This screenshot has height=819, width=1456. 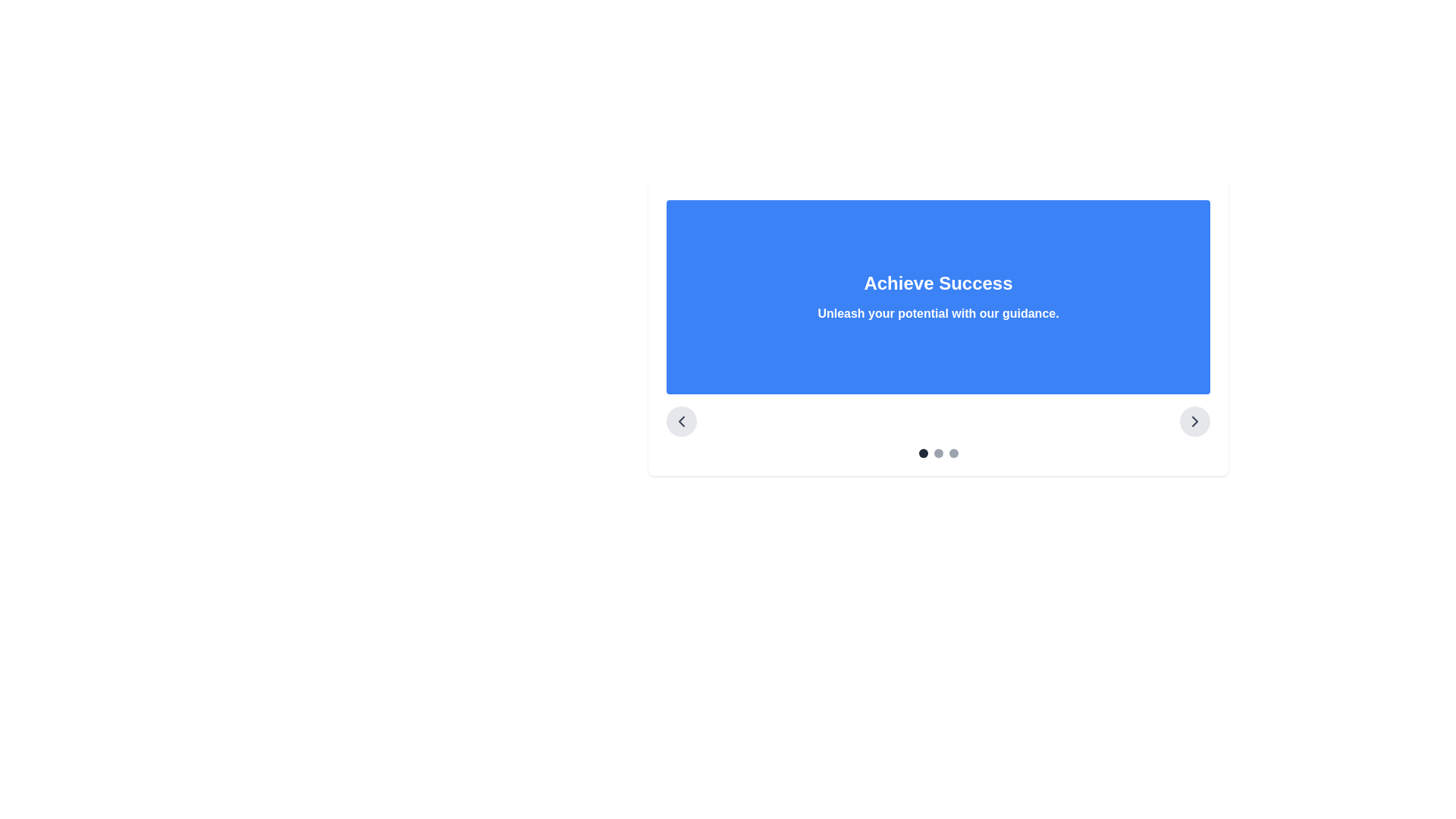 What do you see at coordinates (1194, 421) in the screenshot?
I see `the navigation button located in the bottom-right corner of the card component, which is used to move forward through a sequence of items or slides` at bounding box center [1194, 421].